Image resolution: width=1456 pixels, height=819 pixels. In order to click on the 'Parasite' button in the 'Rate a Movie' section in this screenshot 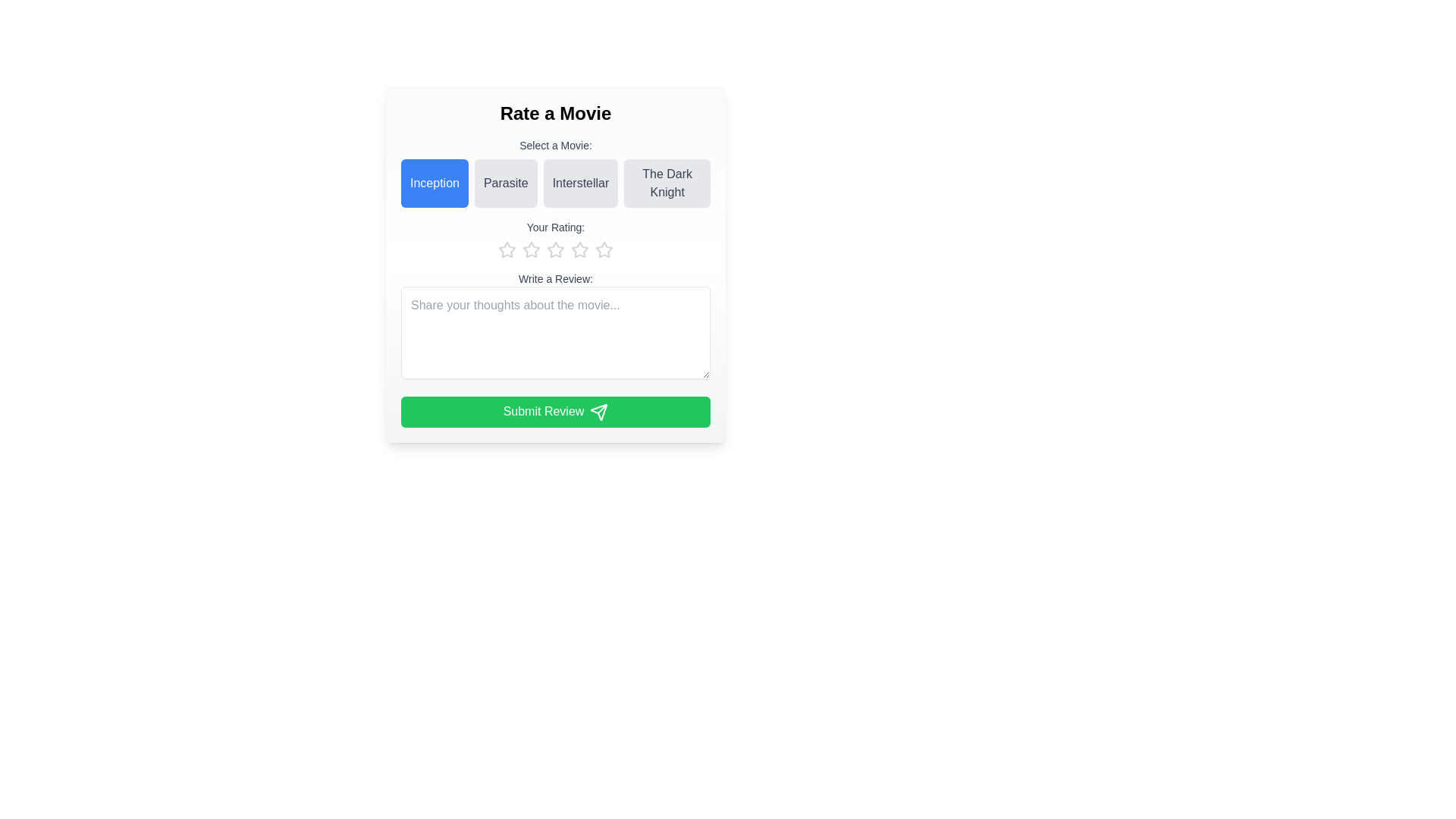, I will do `click(506, 183)`.